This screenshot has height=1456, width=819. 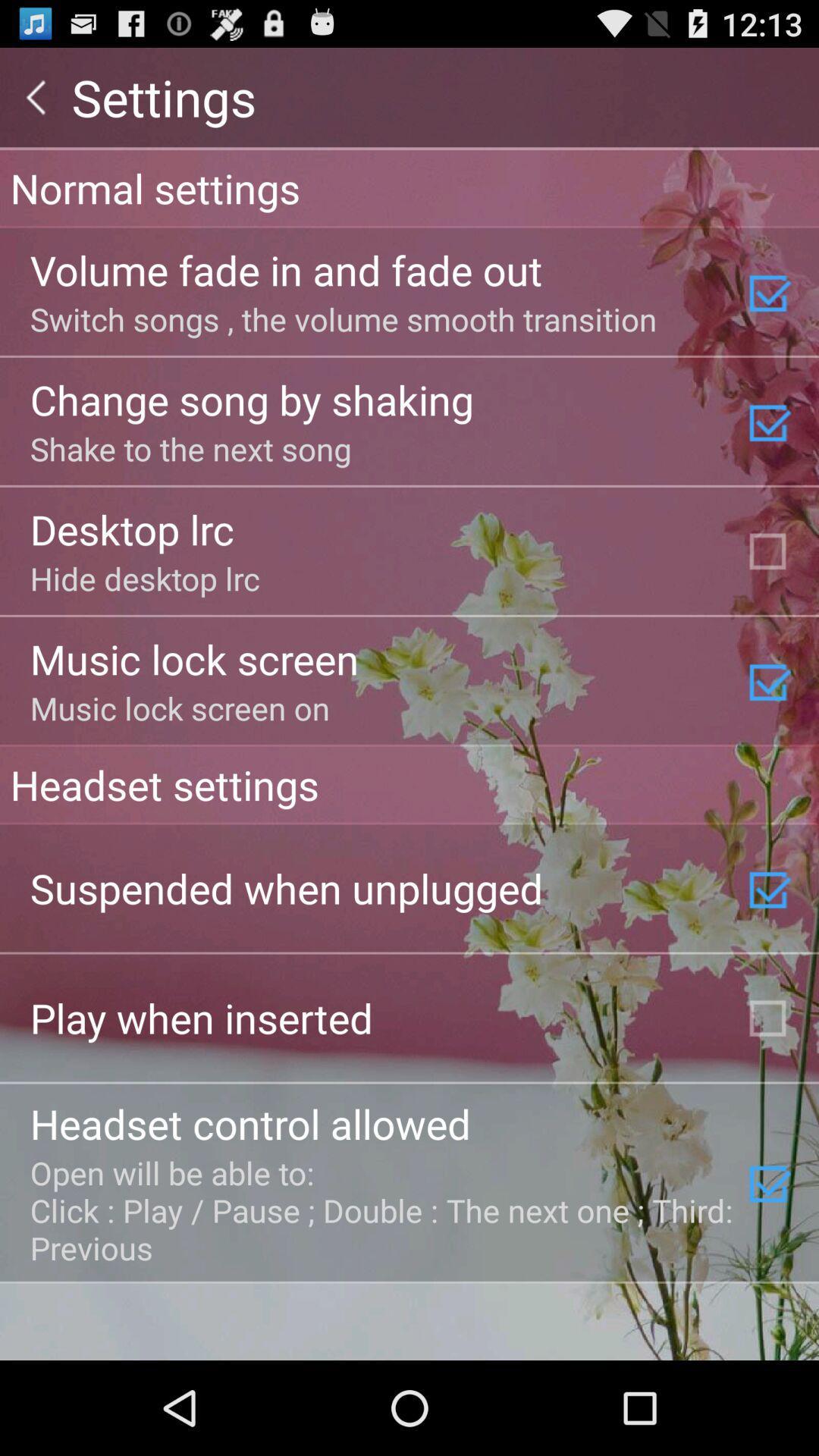 What do you see at coordinates (382, 1209) in the screenshot?
I see `the icon at the bottom` at bounding box center [382, 1209].